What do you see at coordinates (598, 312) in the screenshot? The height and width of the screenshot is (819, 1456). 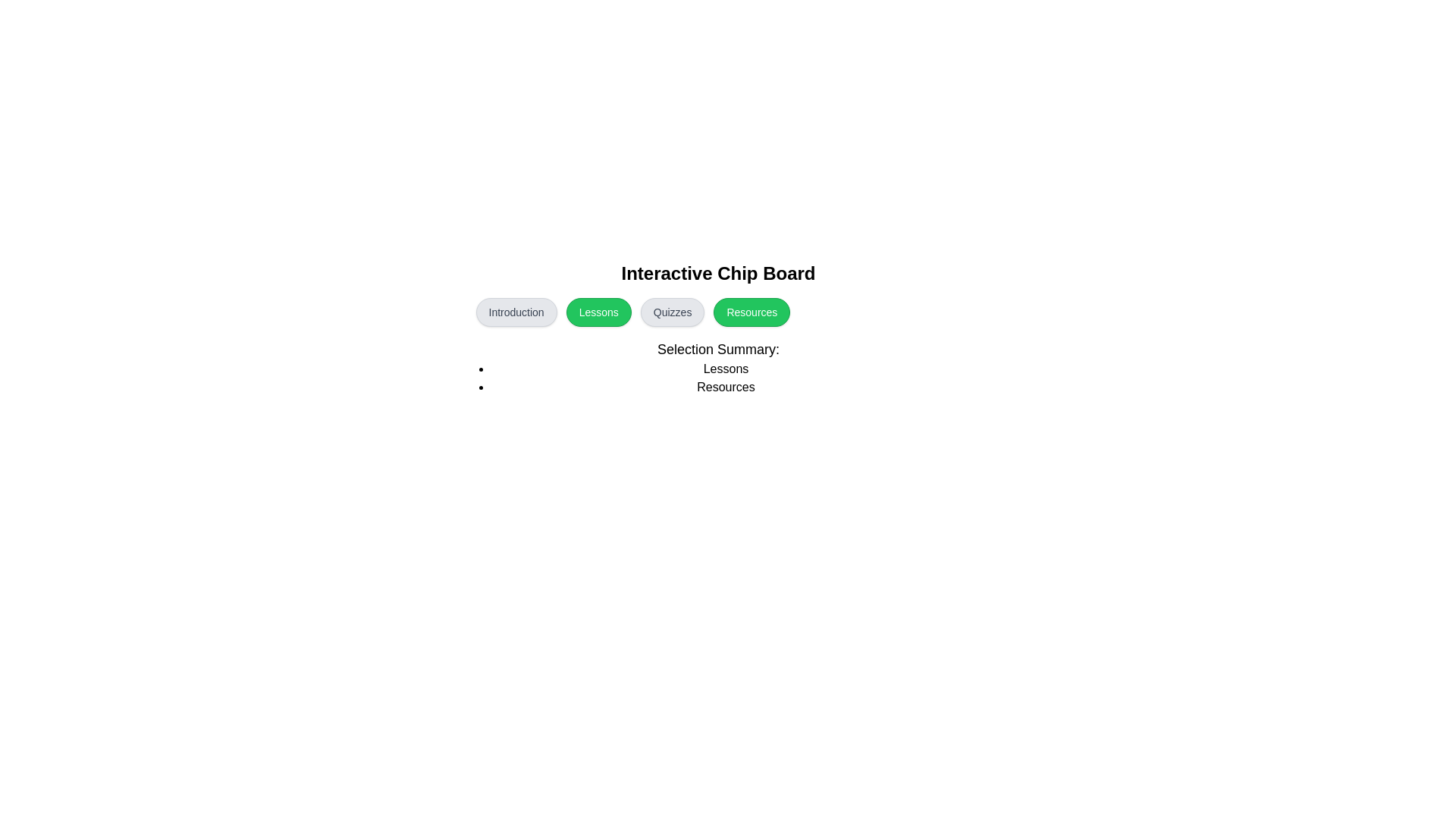 I see `the green pill-shaped button labeled 'Lessons'` at bounding box center [598, 312].